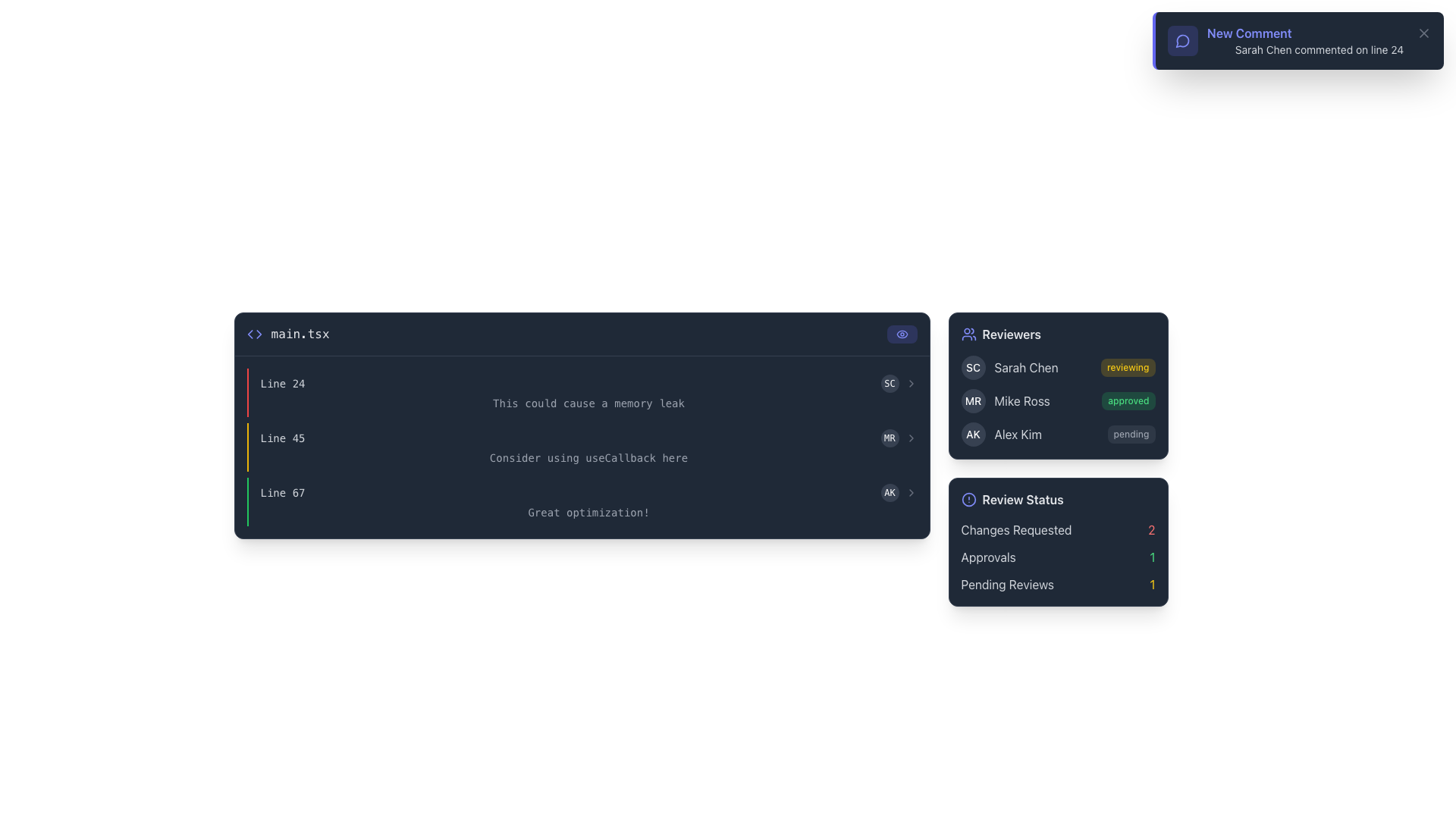 The height and width of the screenshot is (819, 1456). I want to click on the reviewers icon positioned to the left of the heading text 'Reviewers' in the designated reviewers panel, so click(968, 333).